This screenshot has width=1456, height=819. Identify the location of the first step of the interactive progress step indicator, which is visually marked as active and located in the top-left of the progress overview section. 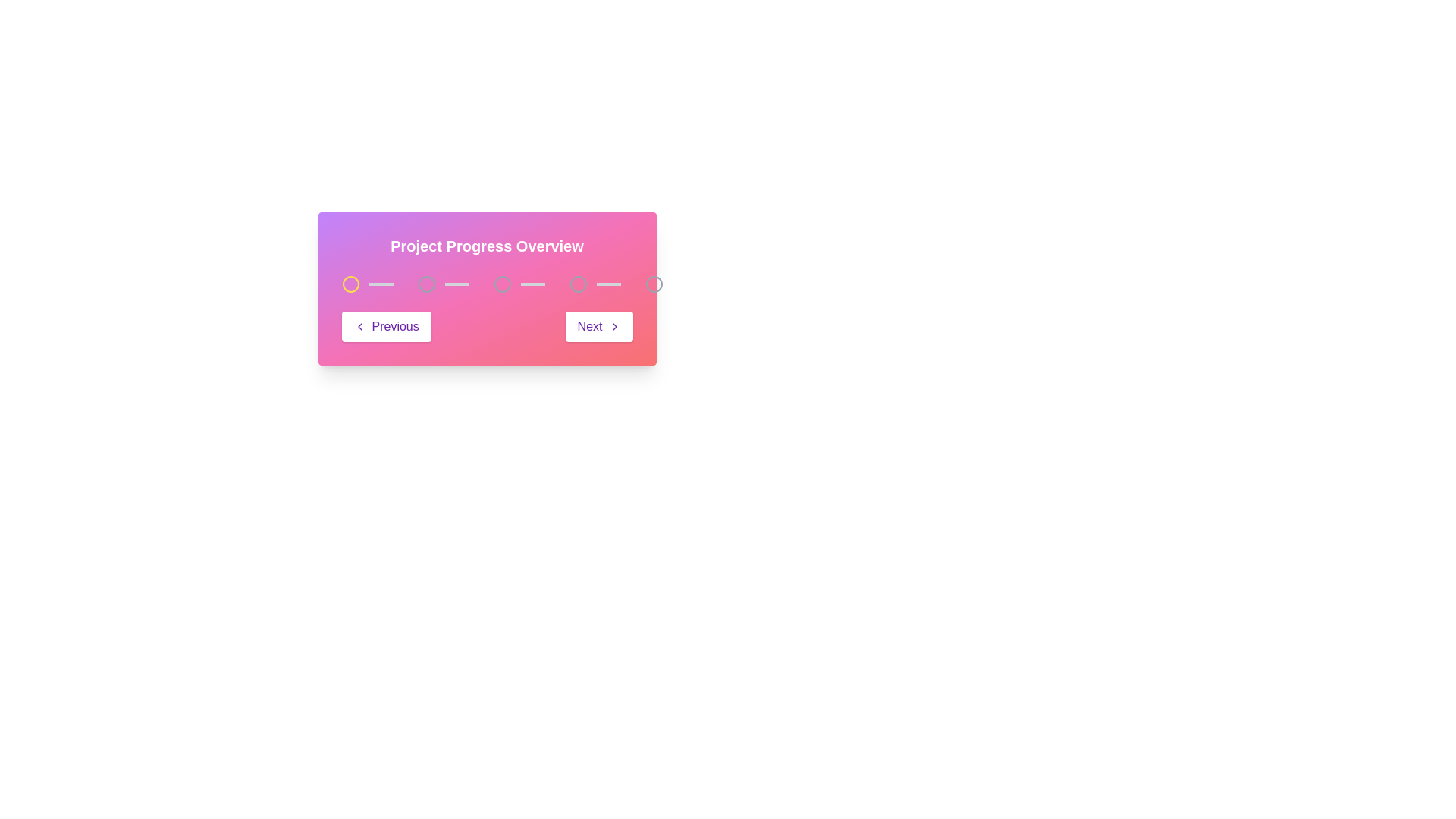
(367, 284).